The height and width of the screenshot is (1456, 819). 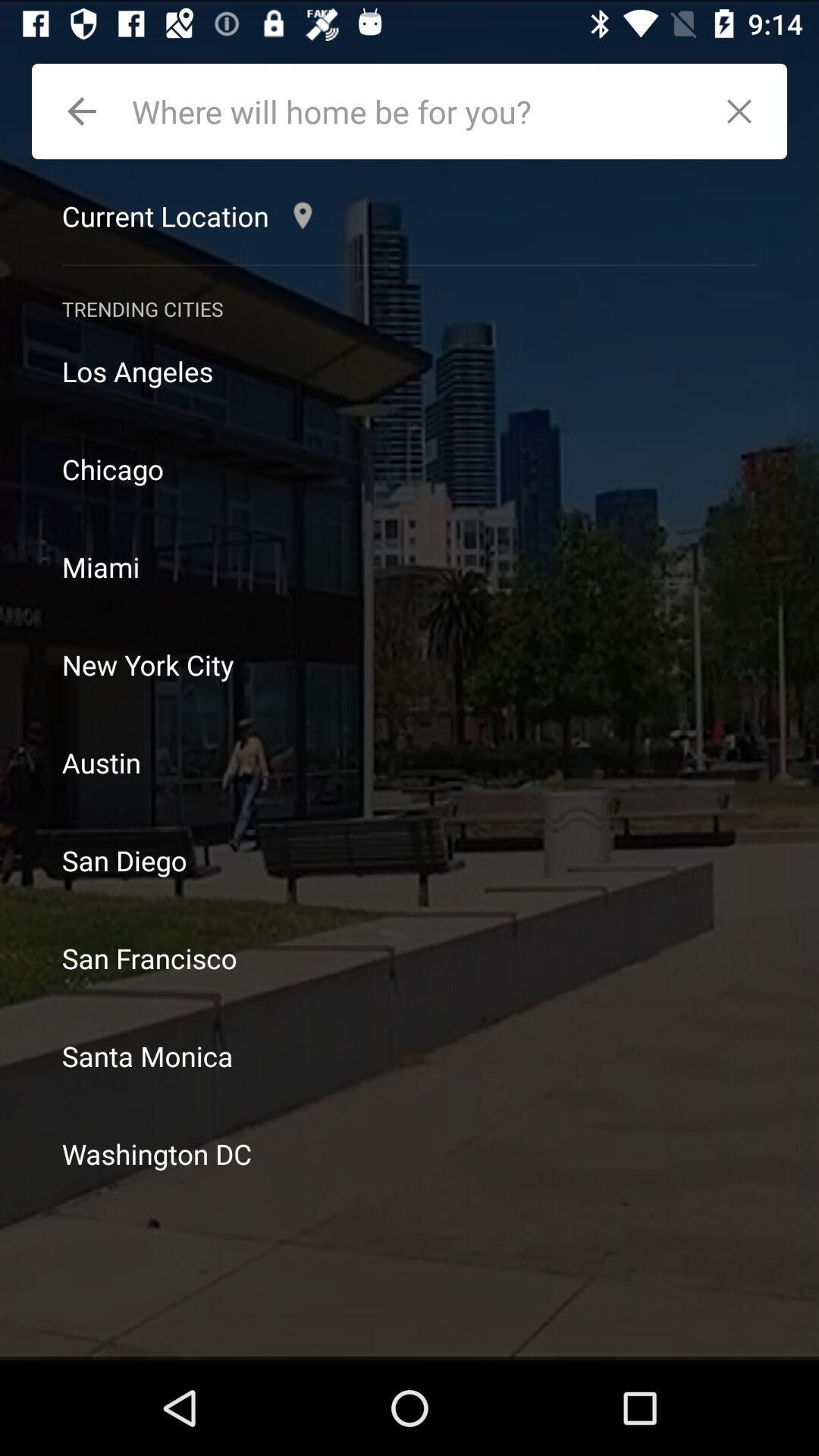 I want to click on the current location icon, so click(x=190, y=215).